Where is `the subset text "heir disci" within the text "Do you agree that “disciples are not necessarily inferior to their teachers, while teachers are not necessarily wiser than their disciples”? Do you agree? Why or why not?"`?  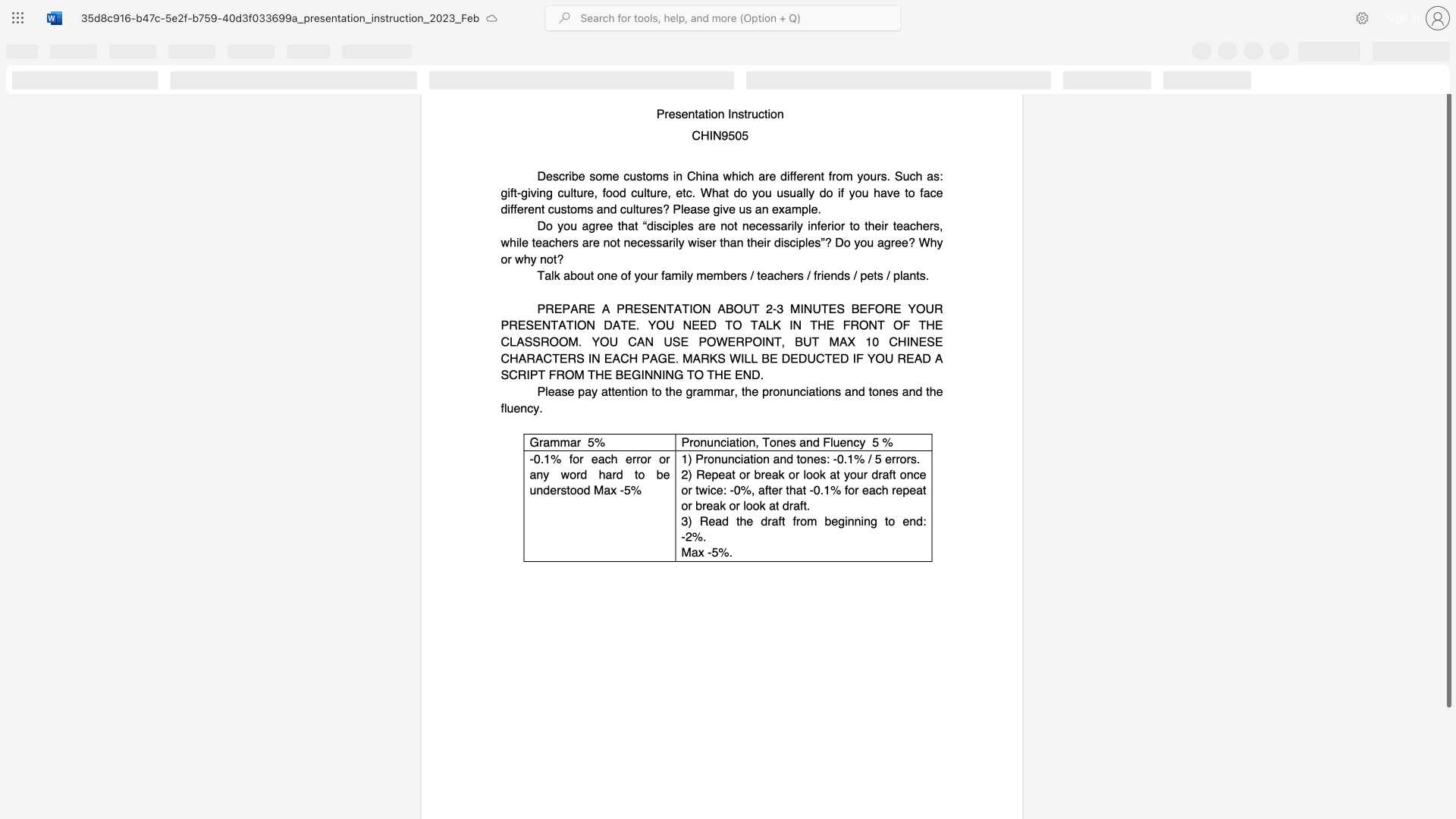 the subset text "heir disci" within the text "Do you agree that “disciples are not necessarily inferior to their teachers, while teachers are not necessarily wiser than their disciples”? Do you agree? Why or why not?" is located at coordinates (750, 241).